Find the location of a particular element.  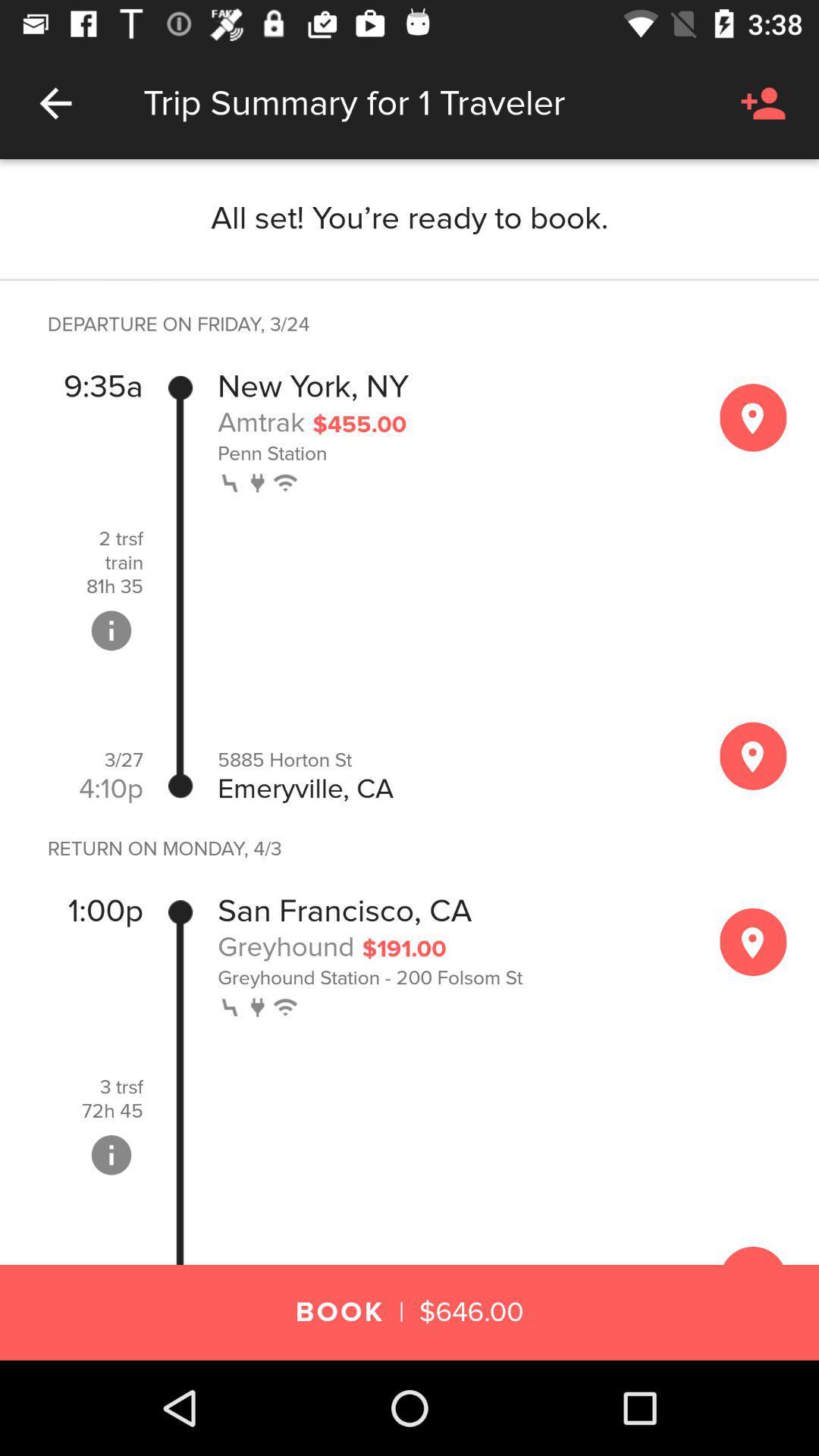

waypoint is located at coordinates (753, 417).